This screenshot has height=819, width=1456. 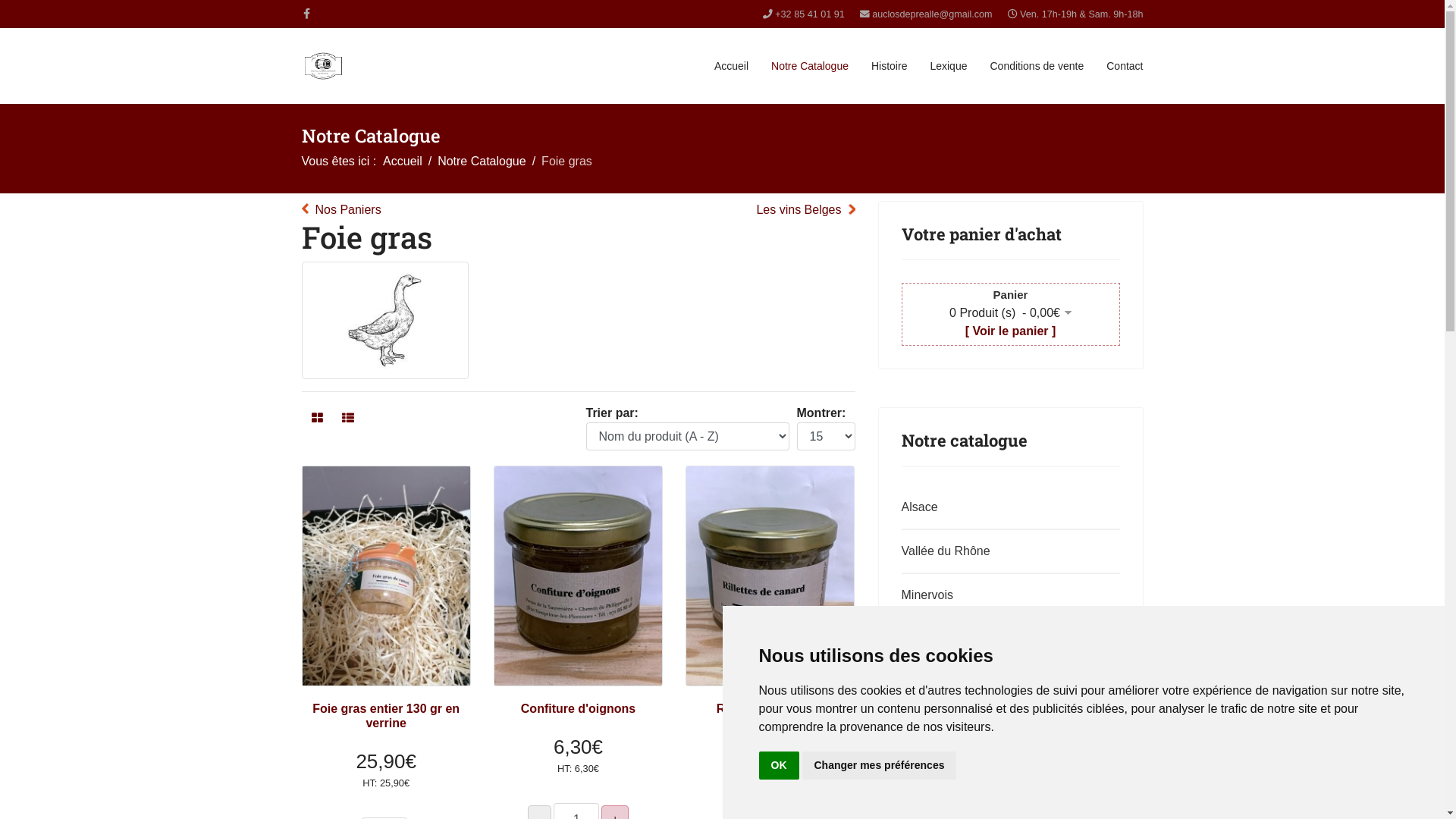 I want to click on 'Alsace', so click(x=1007, y=507).